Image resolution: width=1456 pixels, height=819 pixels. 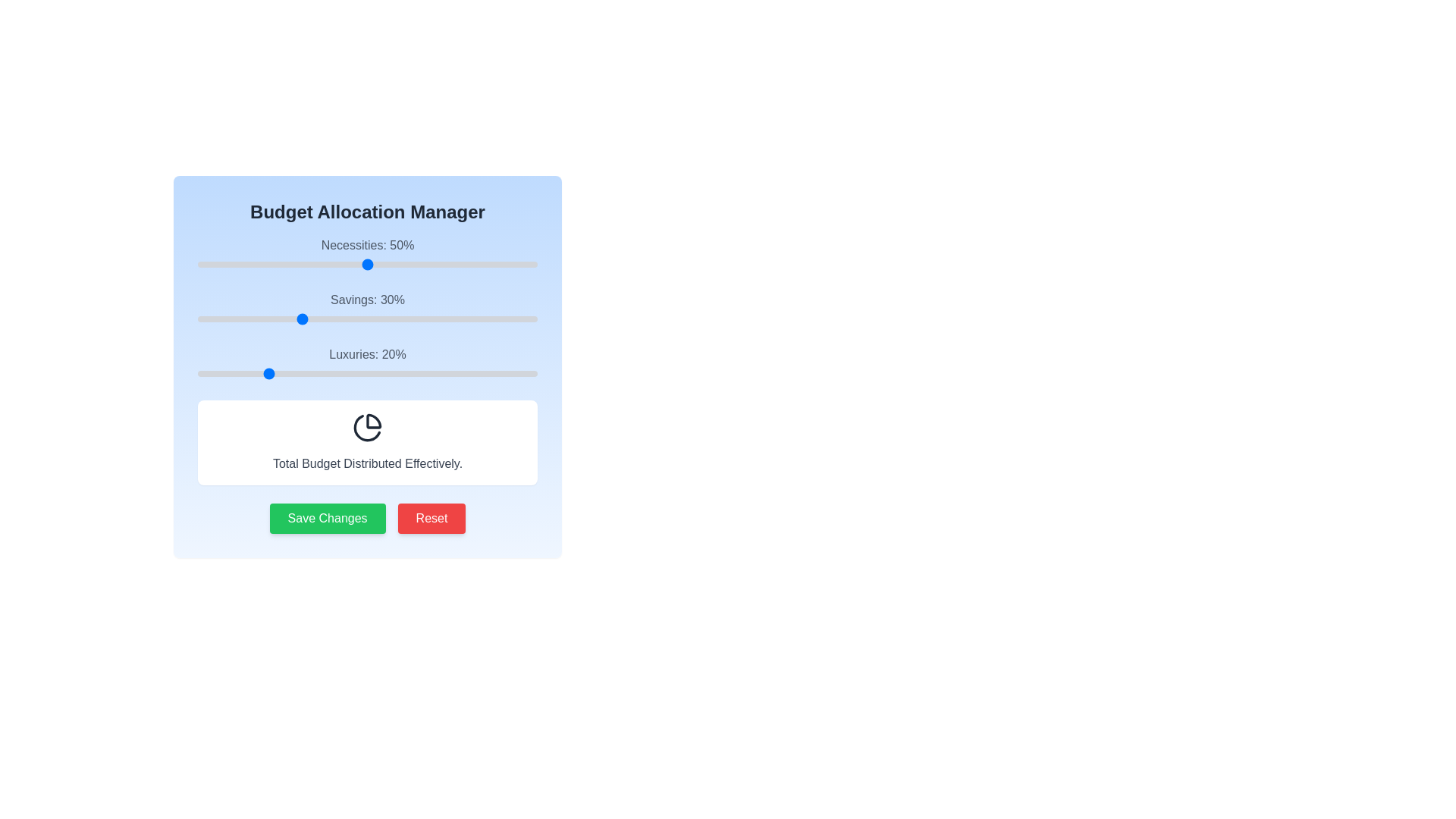 What do you see at coordinates (517, 263) in the screenshot?
I see `the 'necessities' slider` at bounding box center [517, 263].